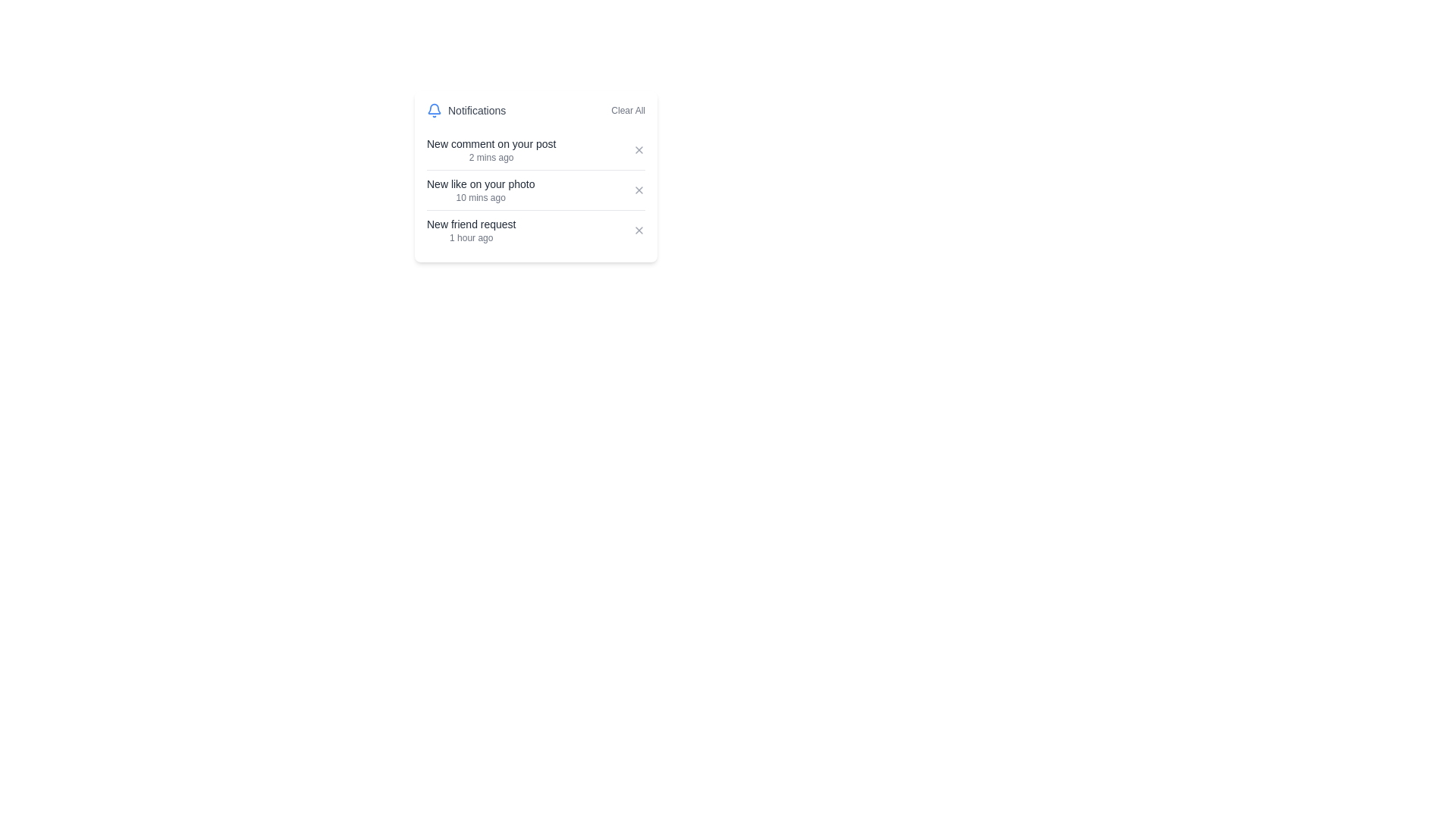 This screenshot has width=1456, height=819. What do you see at coordinates (491, 149) in the screenshot?
I see `first textual notification about a recent comment on the user's post located in the notifications list under the 'Notifications' header` at bounding box center [491, 149].